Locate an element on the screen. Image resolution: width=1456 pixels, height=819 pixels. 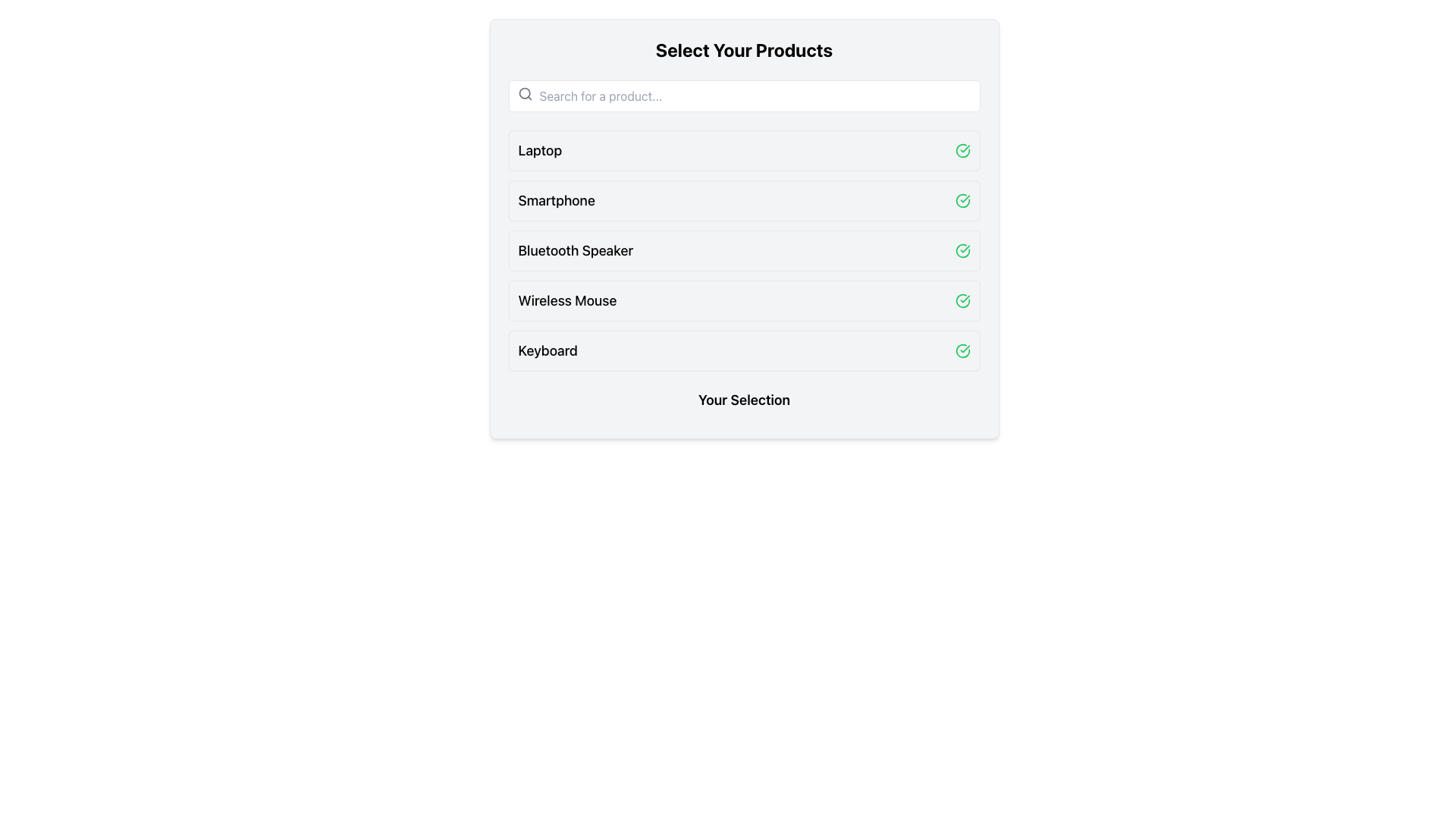
the 'Wireless Mouse' text label in the product list is located at coordinates (566, 301).